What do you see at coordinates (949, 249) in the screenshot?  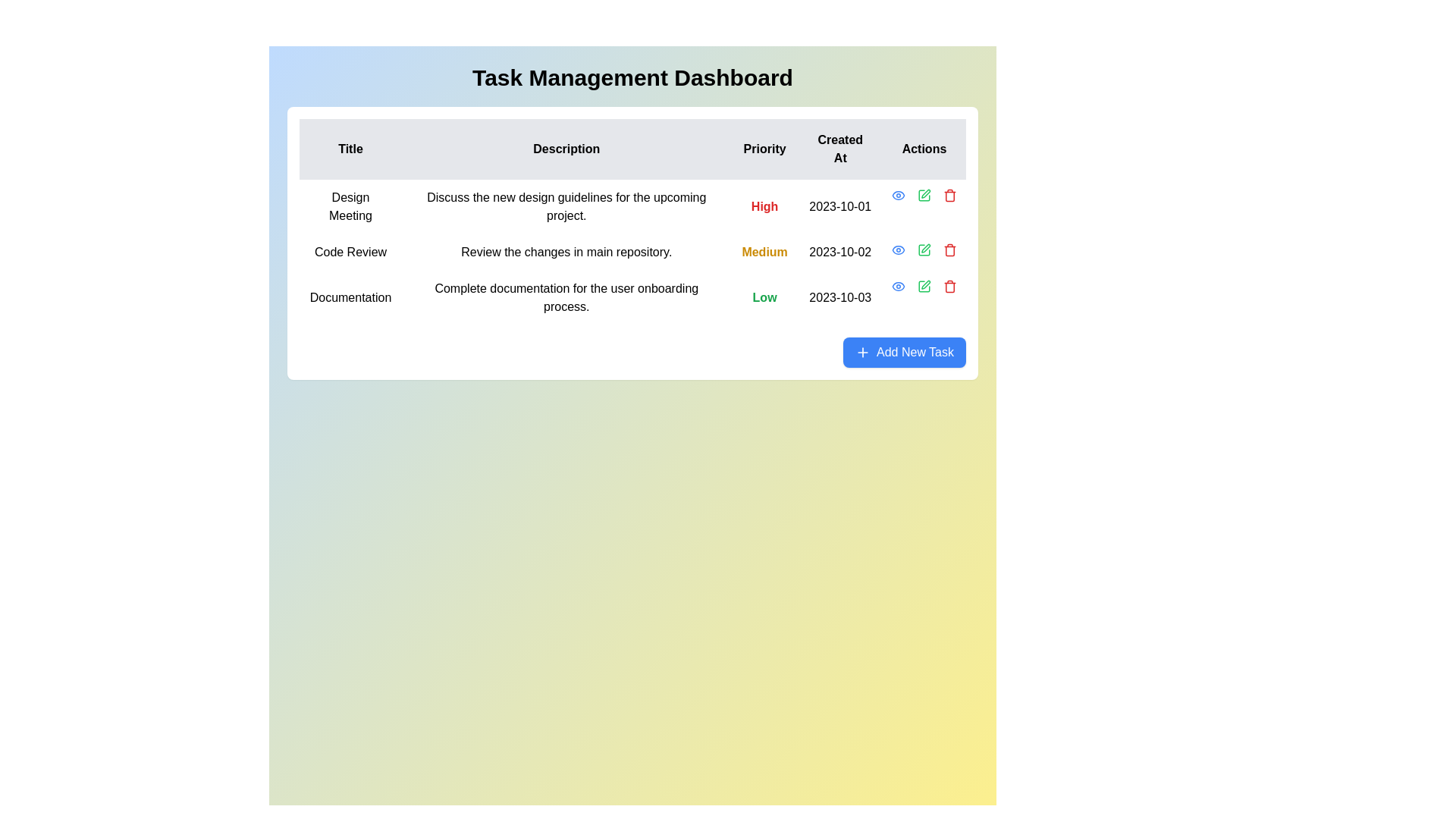 I see `the small red trash bin icon button located at the right end of the 'Actions' column in the last row of the data table` at bounding box center [949, 249].